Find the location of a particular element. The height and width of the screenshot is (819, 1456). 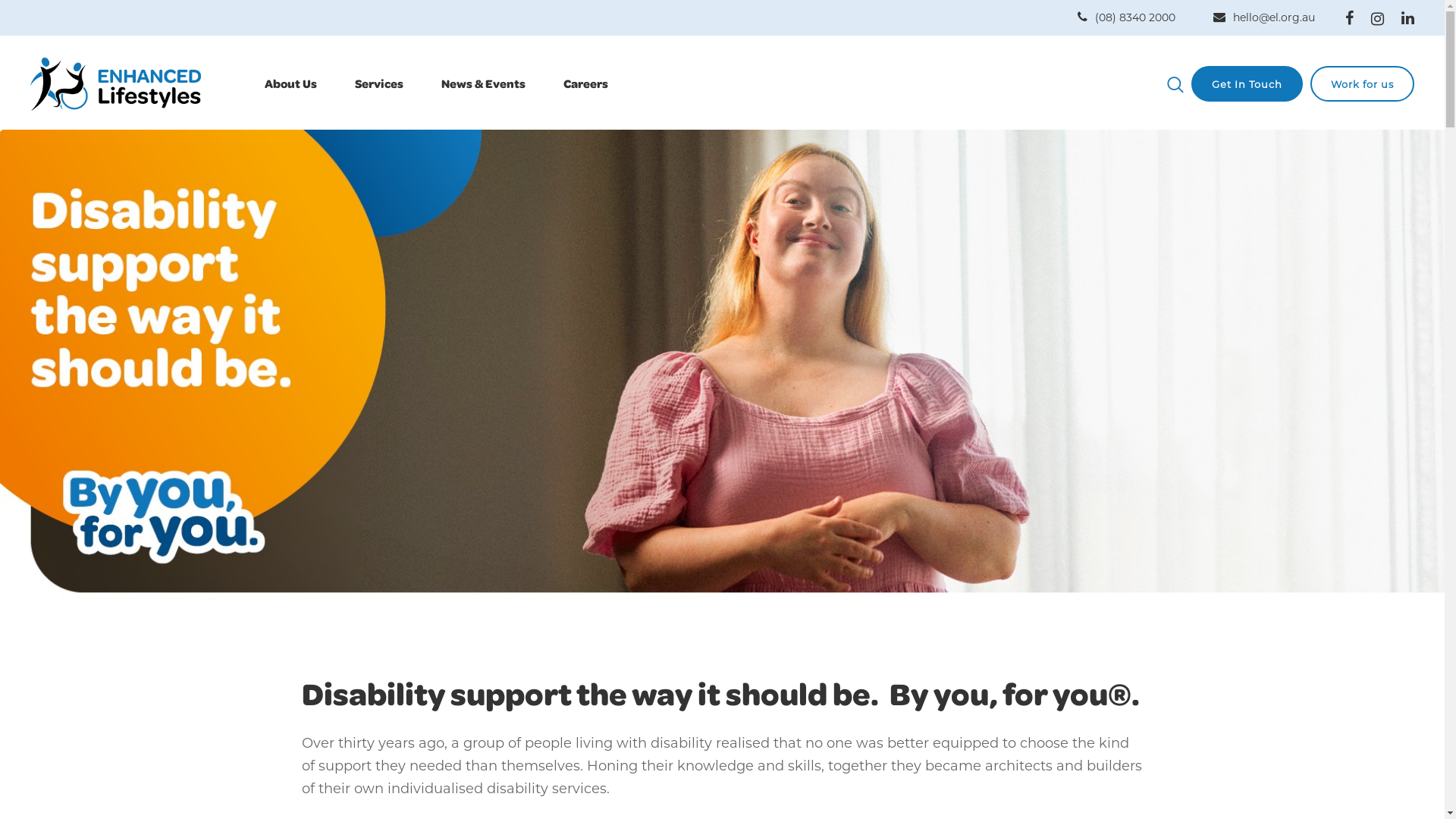

'News & Events' is located at coordinates (440, 83).